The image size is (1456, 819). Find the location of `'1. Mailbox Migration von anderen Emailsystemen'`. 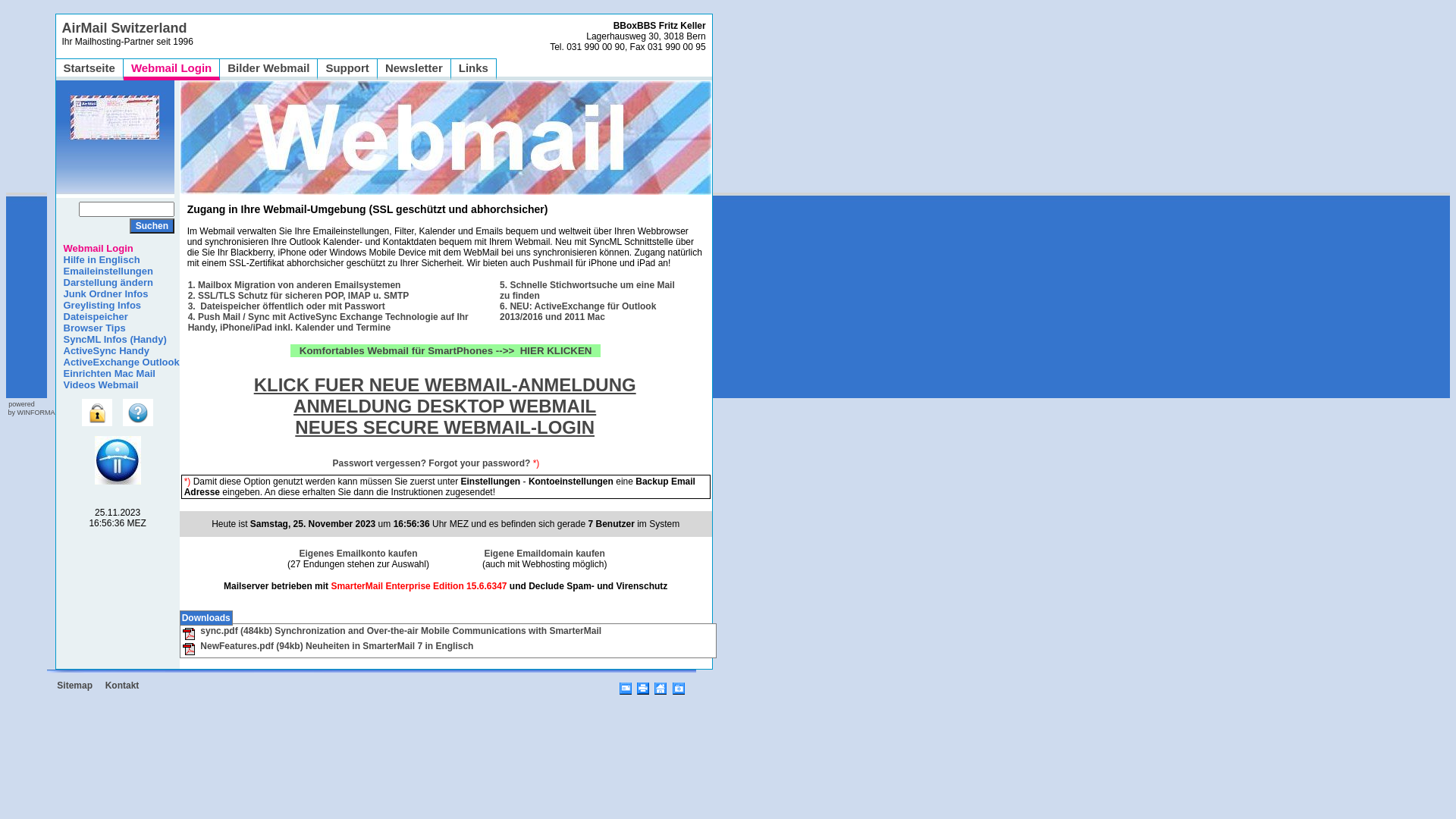

'1. Mailbox Migration von anderen Emailsystemen' is located at coordinates (294, 284).